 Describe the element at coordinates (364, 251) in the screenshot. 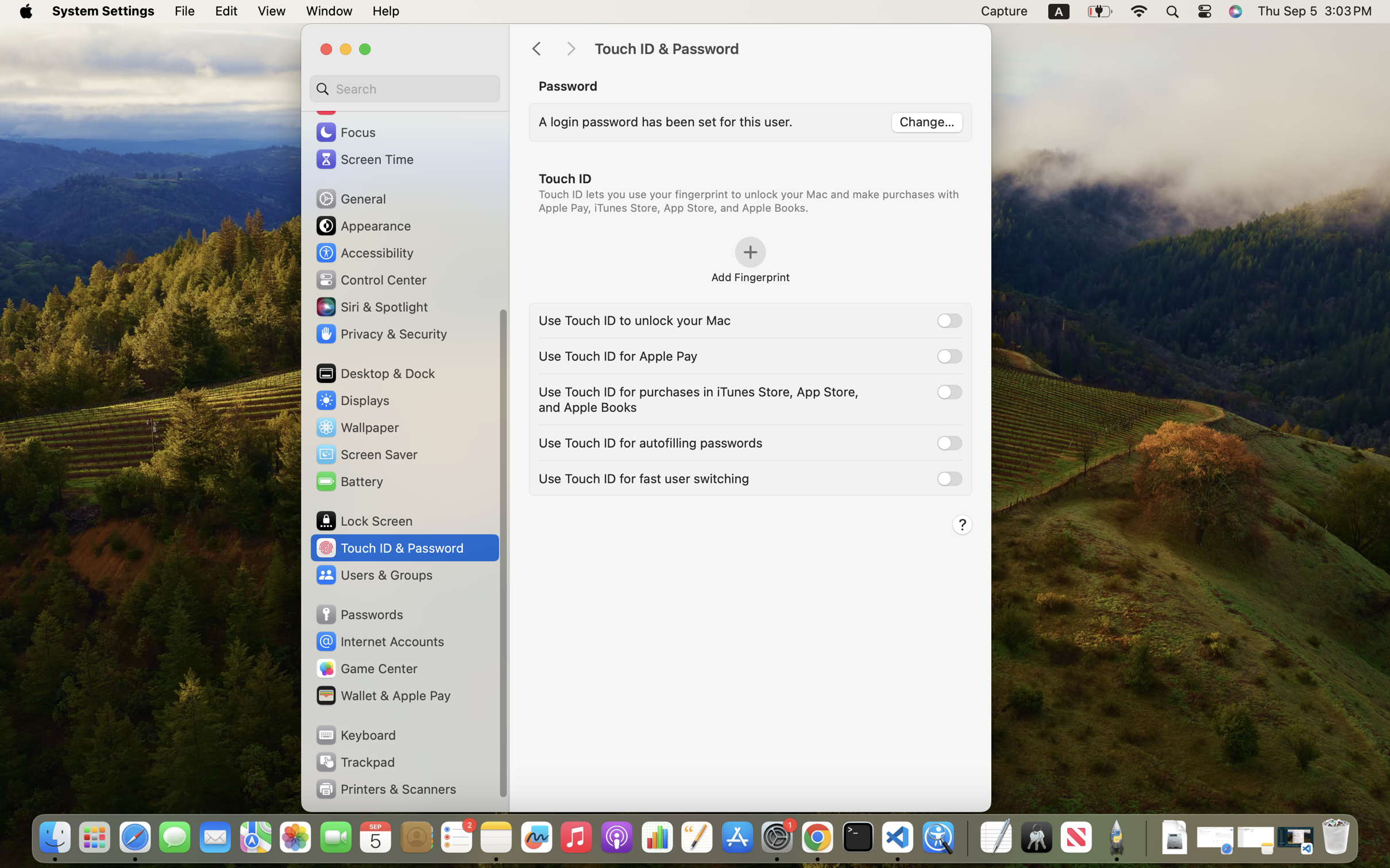

I see `'Accessibility'` at that location.